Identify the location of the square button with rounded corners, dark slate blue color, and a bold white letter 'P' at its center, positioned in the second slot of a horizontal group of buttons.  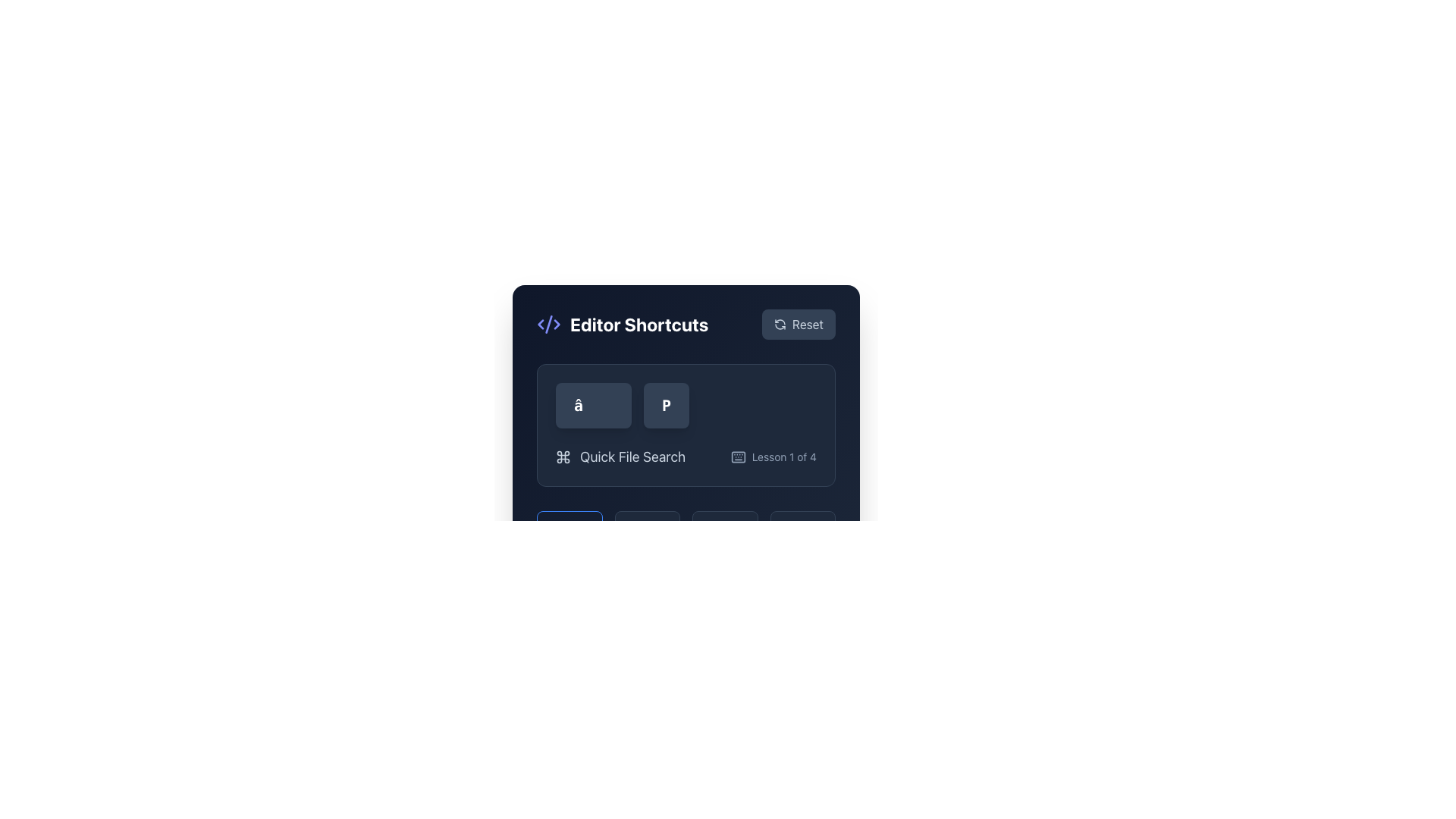
(666, 405).